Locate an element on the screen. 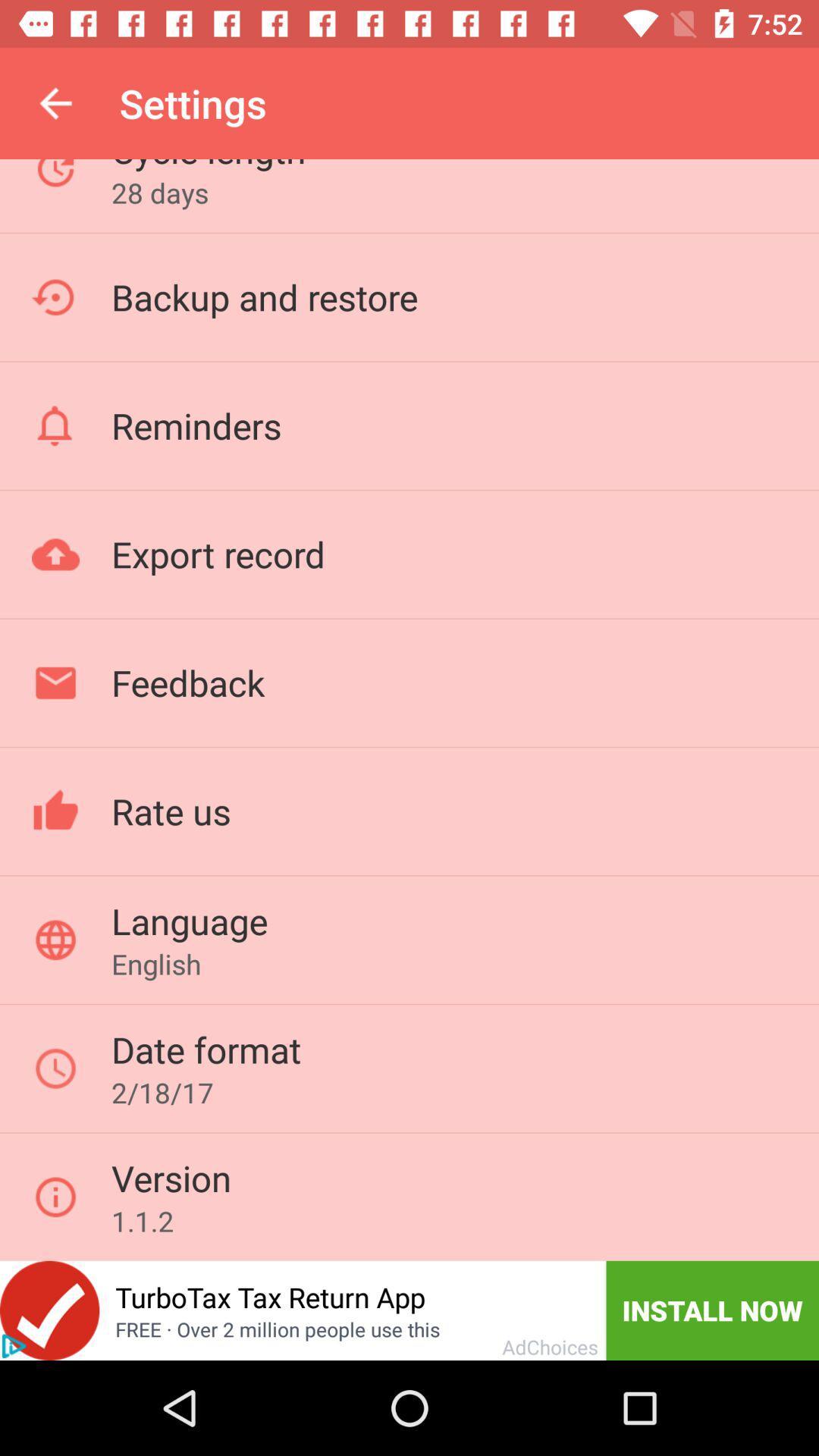 Image resolution: width=819 pixels, height=1456 pixels. install is located at coordinates (49, 1310).